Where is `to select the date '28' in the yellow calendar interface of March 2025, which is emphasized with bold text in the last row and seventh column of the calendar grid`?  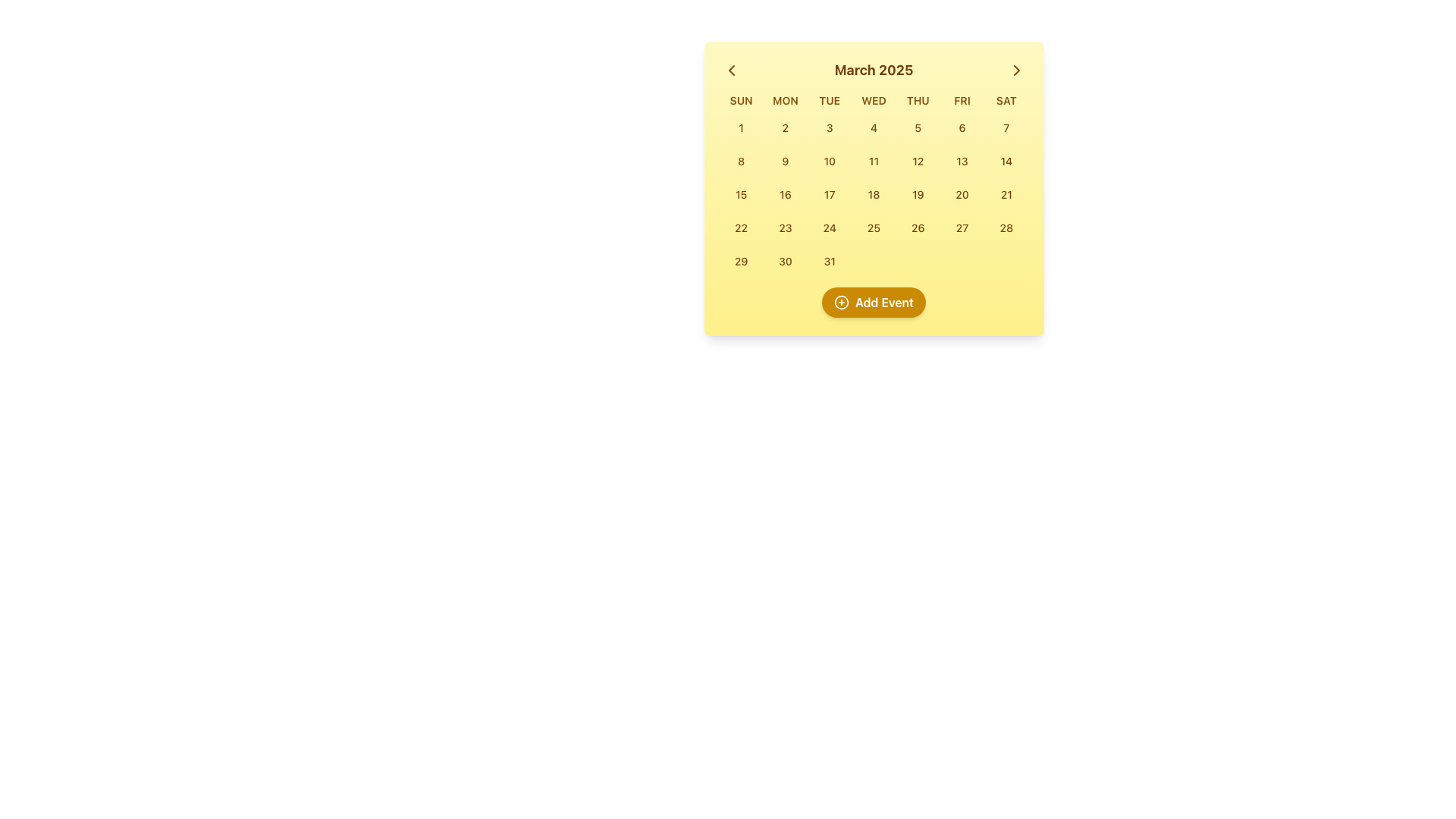
to select the date '28' in the yellow calendar interface of March 2025, which is emphasized with bold text in the last row and seventh column of the calendar grid is located at coordinates (1006, 227).